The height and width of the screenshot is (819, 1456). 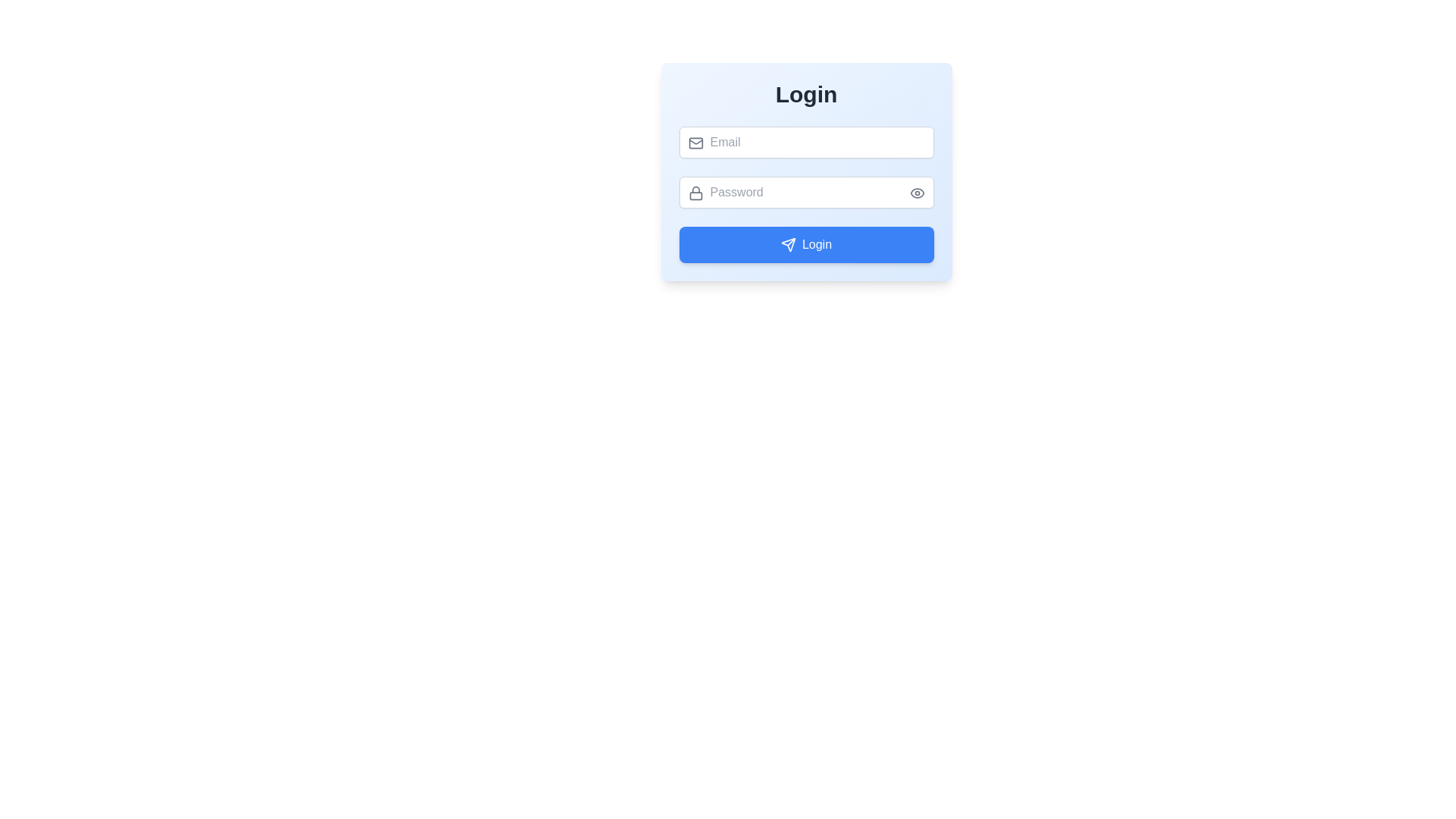 What do you see at coordinates (916, 192) in the screenshot?
I see `the icon button located on the right side of the password input field in the login form` at bounding box center [916, 192].